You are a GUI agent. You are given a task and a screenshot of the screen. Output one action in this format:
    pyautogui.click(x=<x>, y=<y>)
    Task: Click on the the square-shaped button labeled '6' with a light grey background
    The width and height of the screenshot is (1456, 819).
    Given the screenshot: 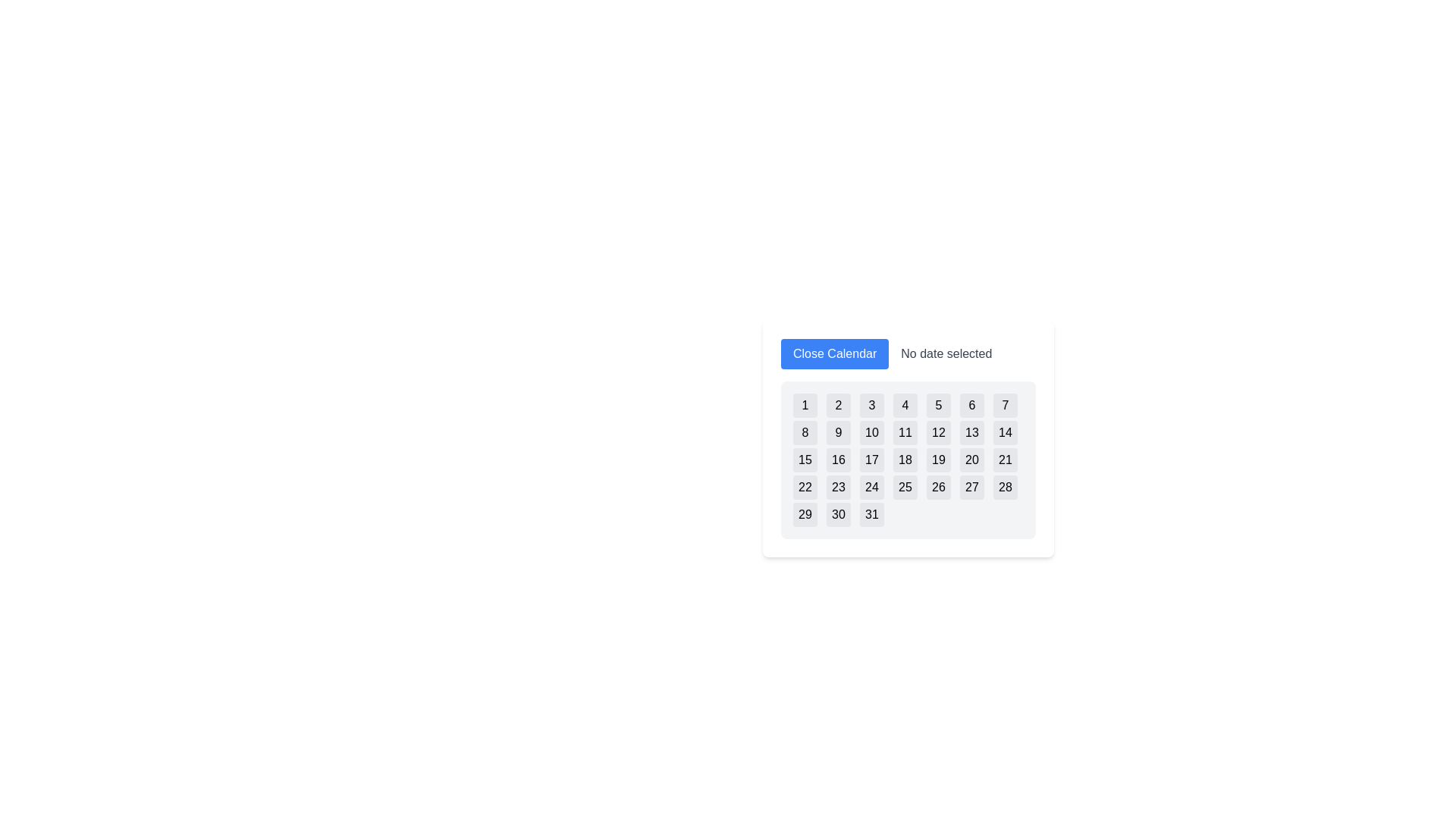 What is the action you would take?
    pyautogui.click(x=971, y=405)
    